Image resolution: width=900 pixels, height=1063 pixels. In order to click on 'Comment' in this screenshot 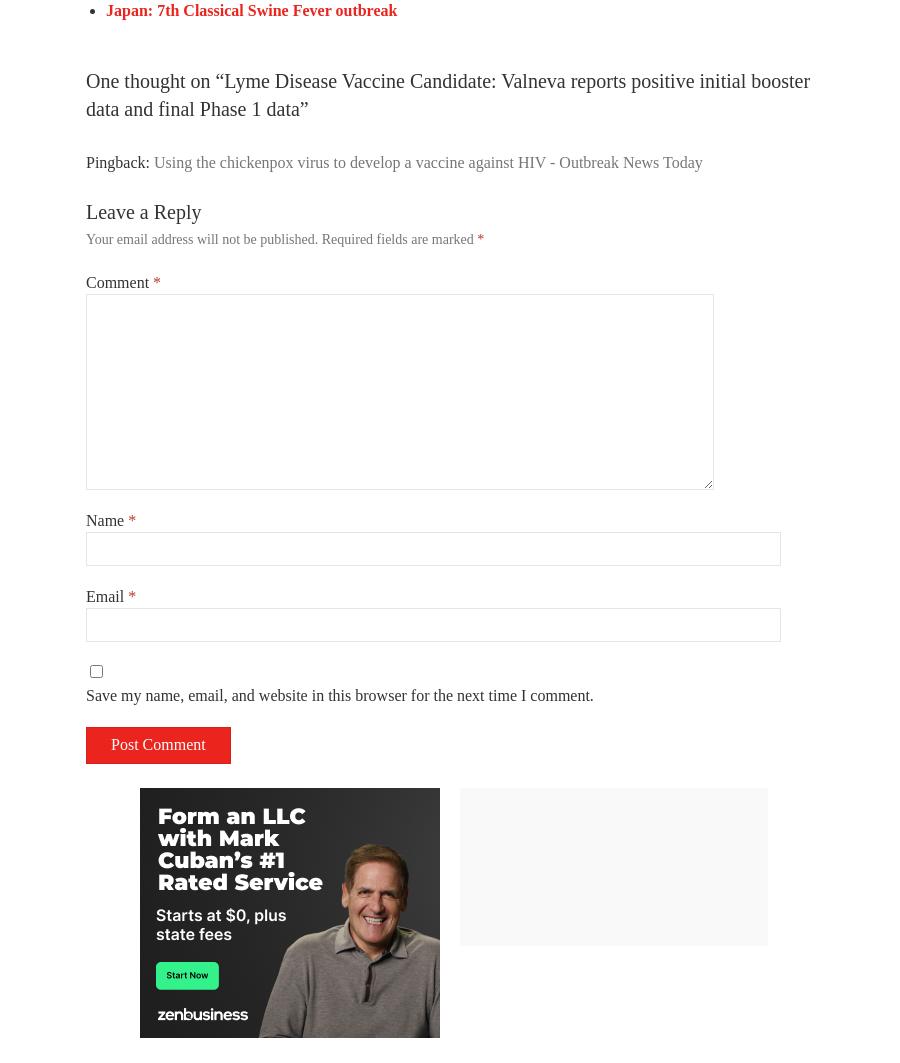, I will do `click(119, 282)`.